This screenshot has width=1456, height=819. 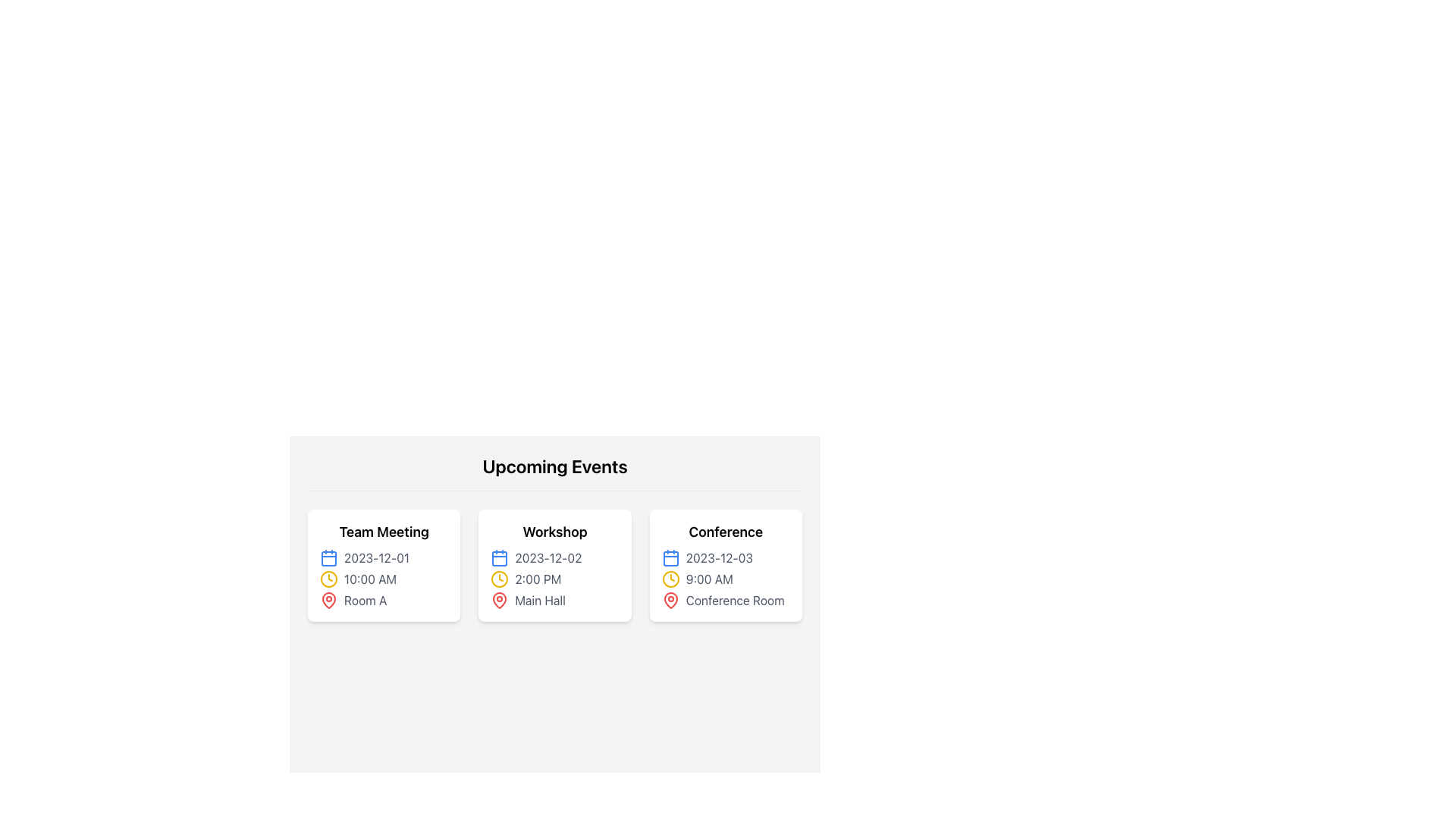 What do you see at coordinates (328, 558) in the screenshot?
I see `the calendar icon with a blue outline, positioned to the left of the text '2023-12-01' in the 'Team Meeting' event box` at bounding box center [328, 558].